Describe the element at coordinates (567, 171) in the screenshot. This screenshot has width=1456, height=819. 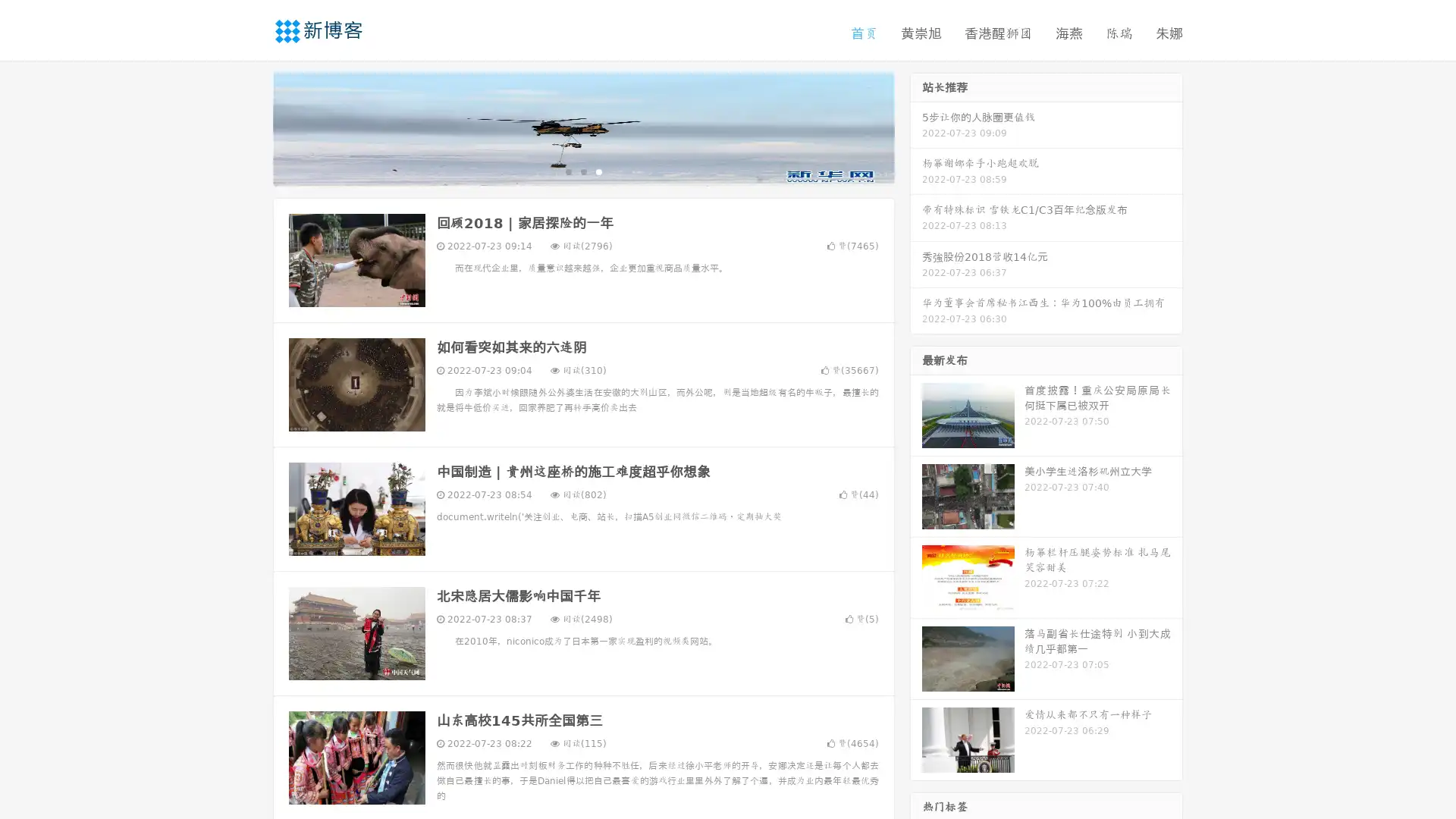
I see `Go to slide 1` at that location.